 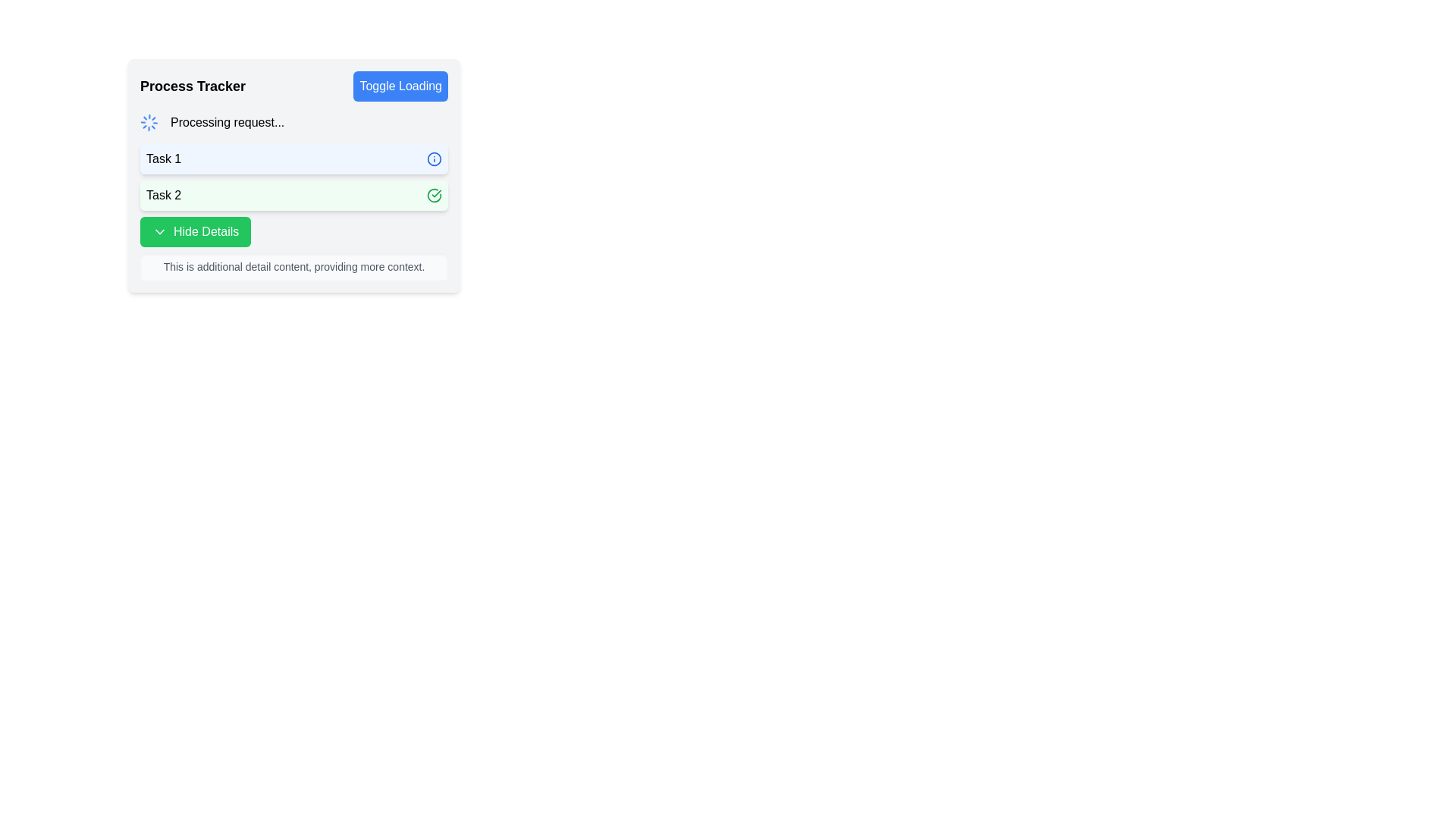 I want to click on the circular blue 'info' icon located on the right edge of the 'Task 1' task block, so click(x=433, y=158).